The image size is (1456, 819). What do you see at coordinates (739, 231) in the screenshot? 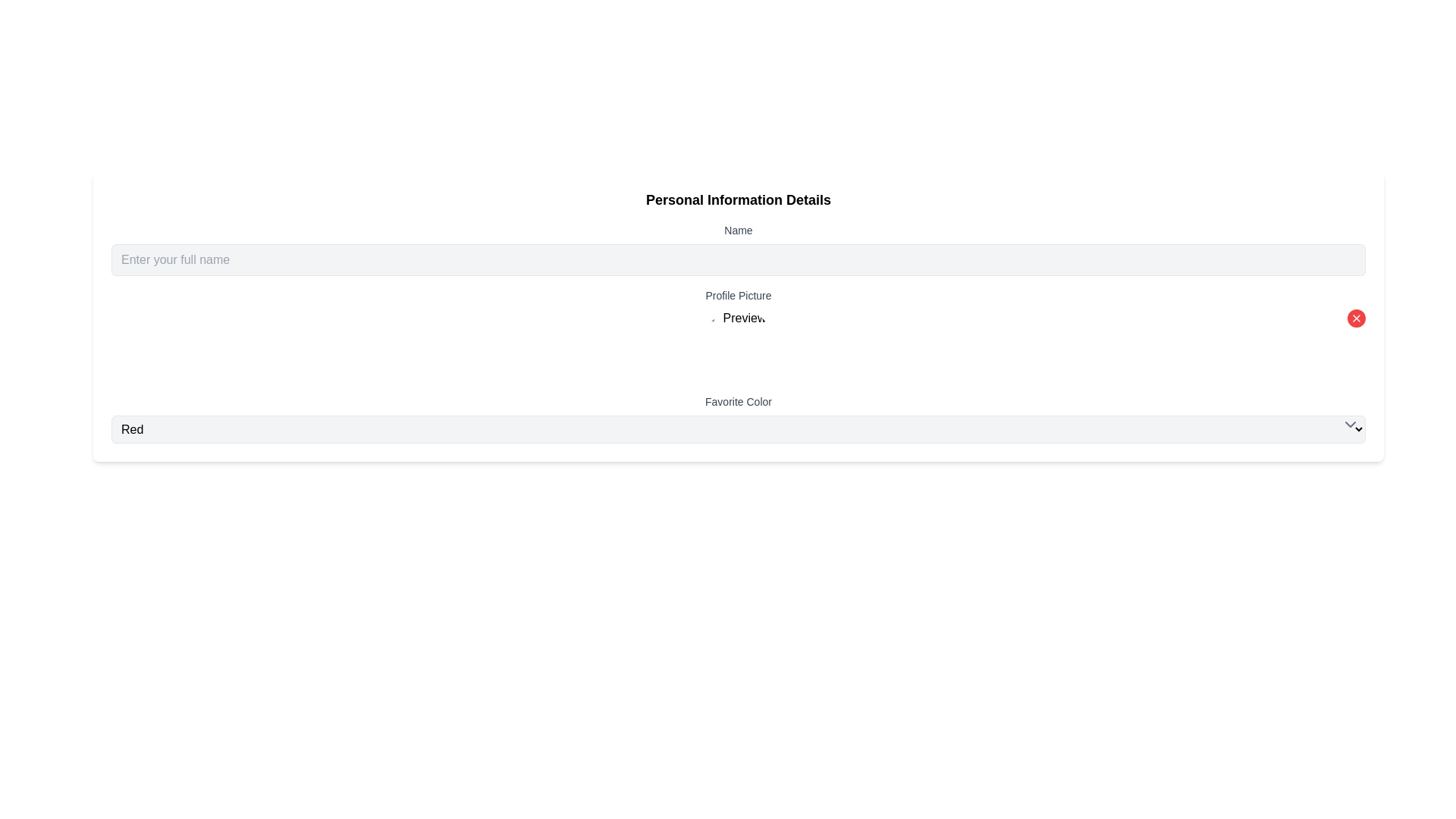
I see `the descriptive label located at the top-center of the layout, which is positioned above the text input field` at bounding box center [739, 231].